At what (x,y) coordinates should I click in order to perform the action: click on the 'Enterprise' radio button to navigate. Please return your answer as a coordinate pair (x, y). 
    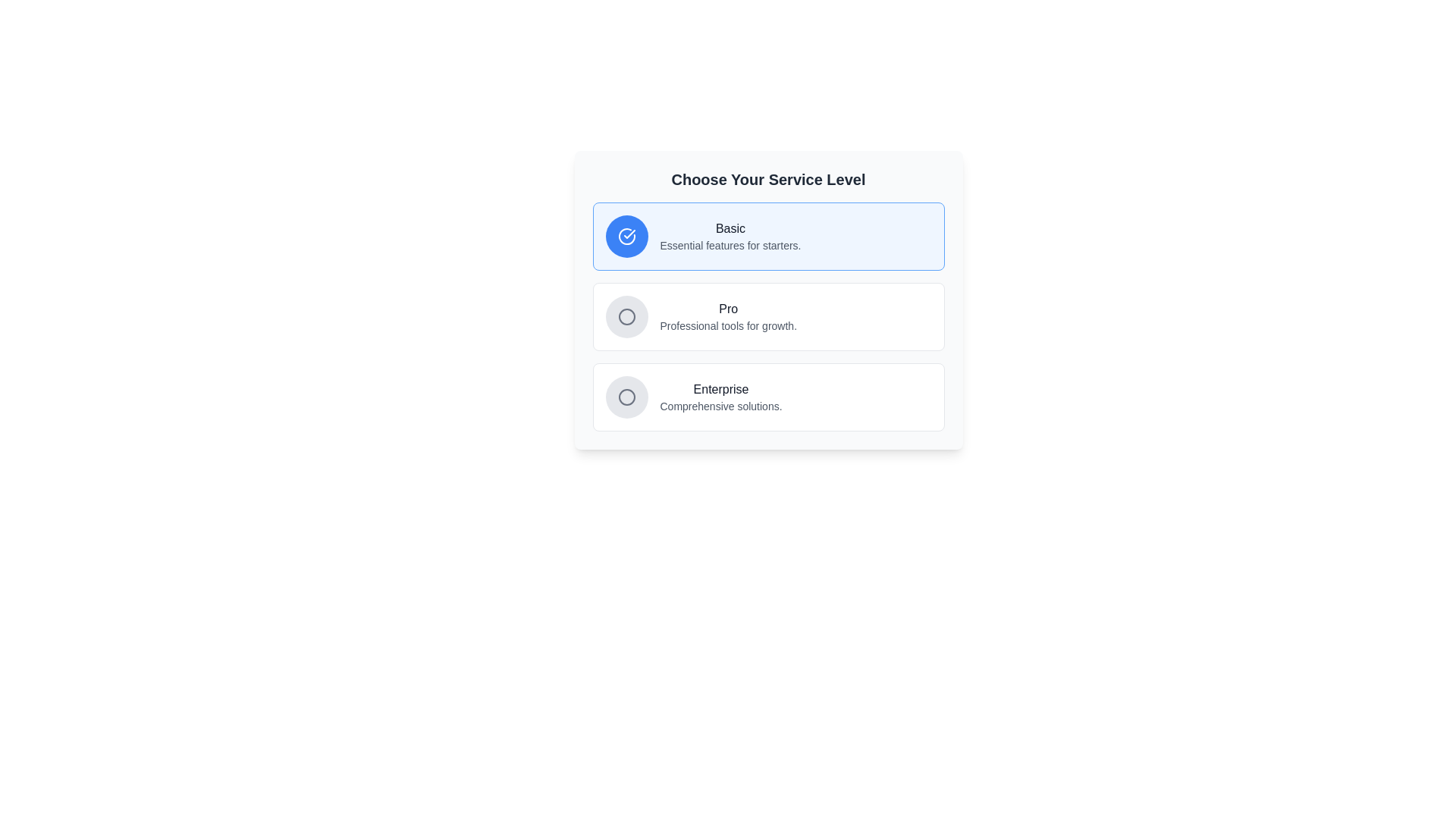
    Looking at the image, I should click on (626, 397).